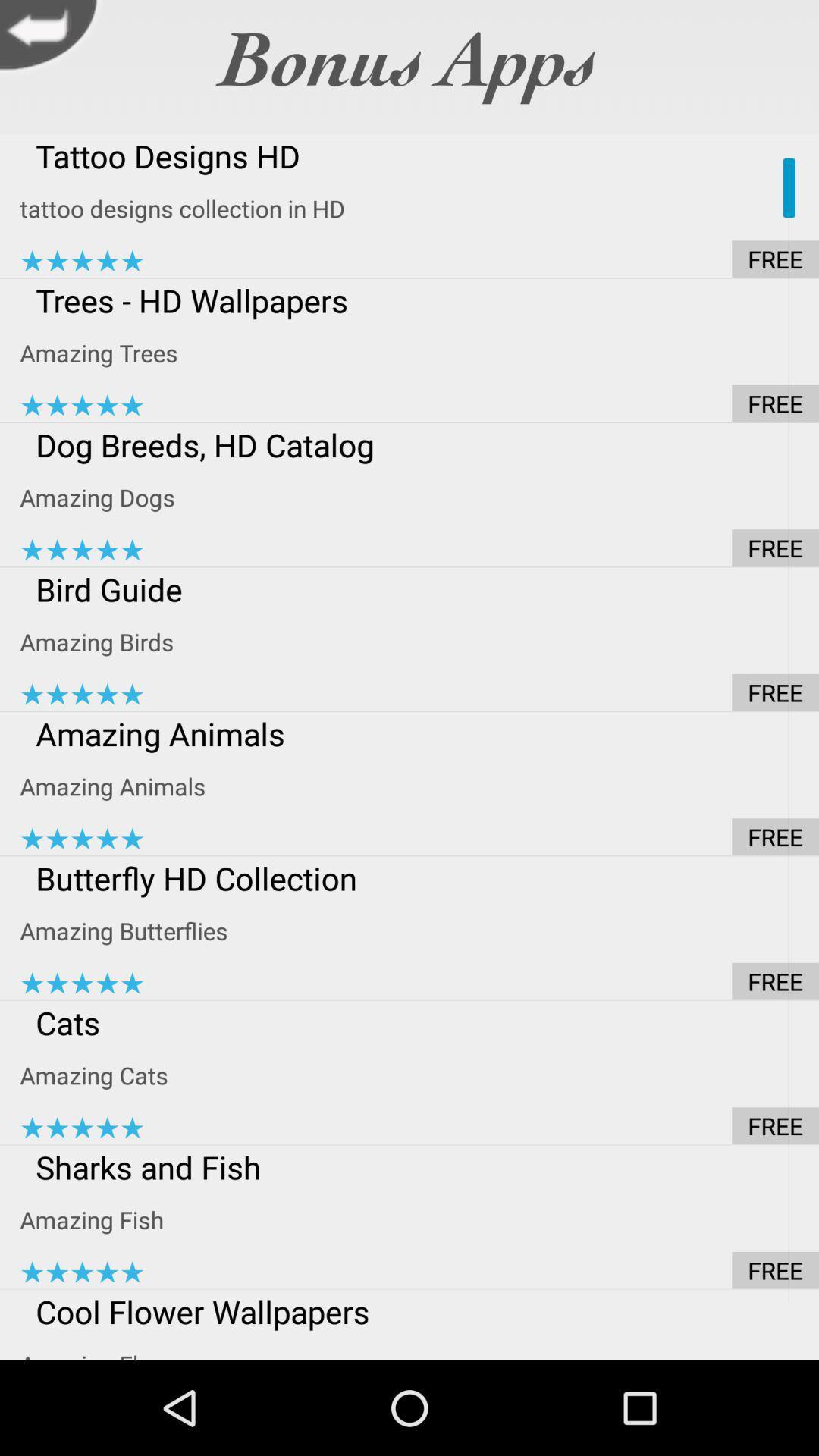  I want to click on app above   sharks and fish  app, so click(419, 1125).